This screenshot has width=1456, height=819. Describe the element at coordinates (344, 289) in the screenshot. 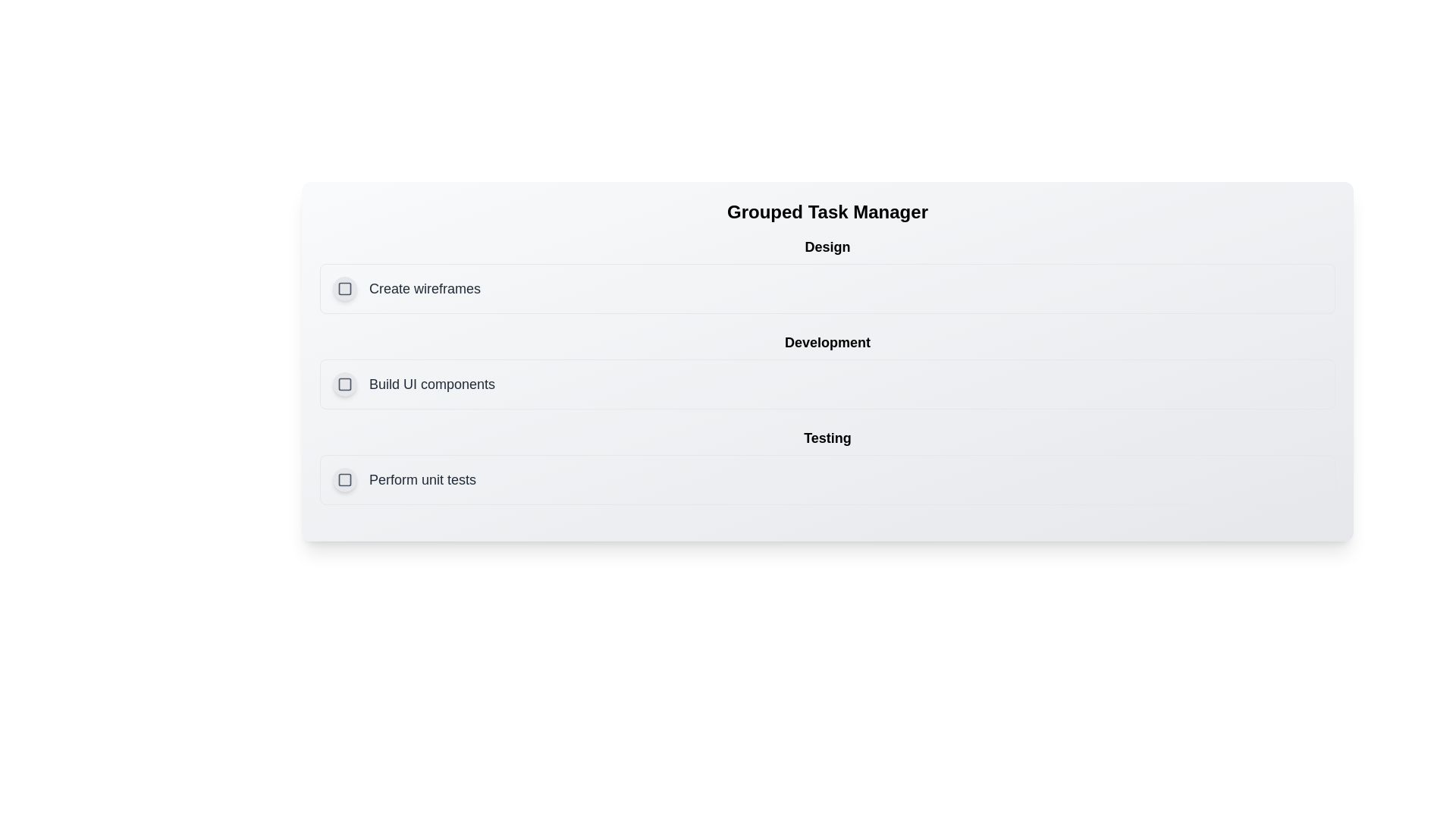

I see `the square outline icon styled as a selection indicator` at that location.